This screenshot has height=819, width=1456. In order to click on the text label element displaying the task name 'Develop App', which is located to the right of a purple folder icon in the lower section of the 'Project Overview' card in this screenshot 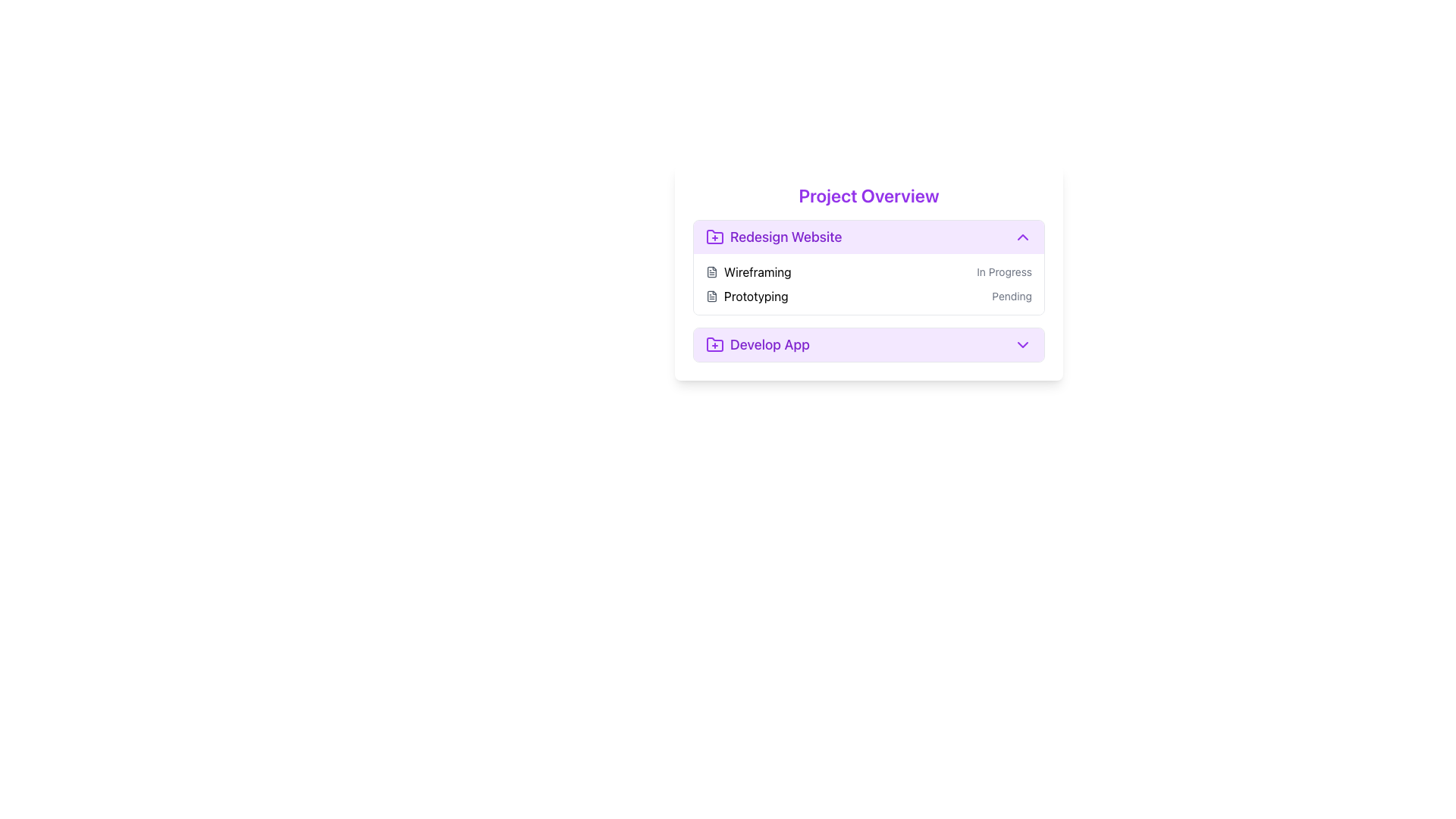, I will do `click(770, 345)`.